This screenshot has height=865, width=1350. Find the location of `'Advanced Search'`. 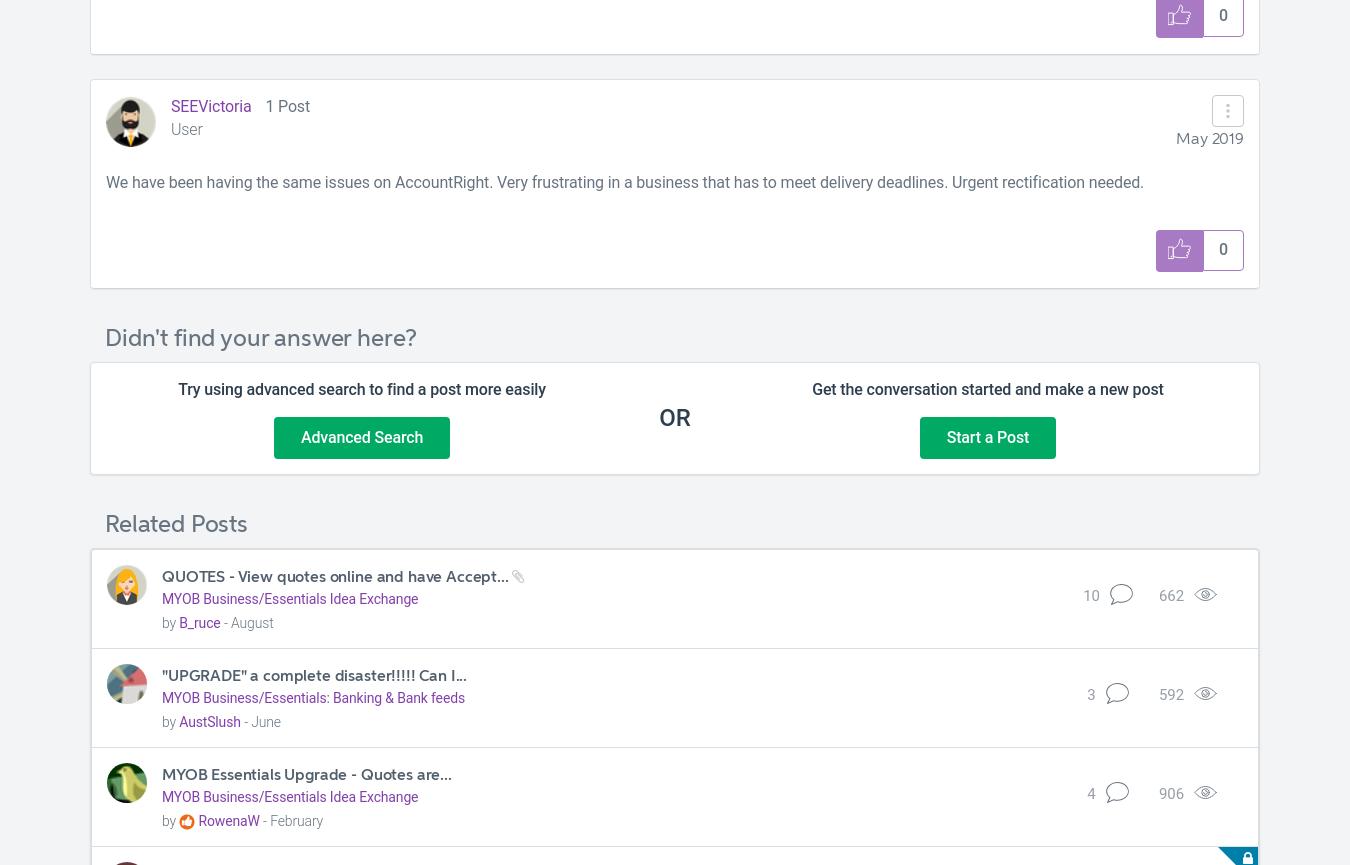

'Advanced Search' is located at coordinates (298, 435).